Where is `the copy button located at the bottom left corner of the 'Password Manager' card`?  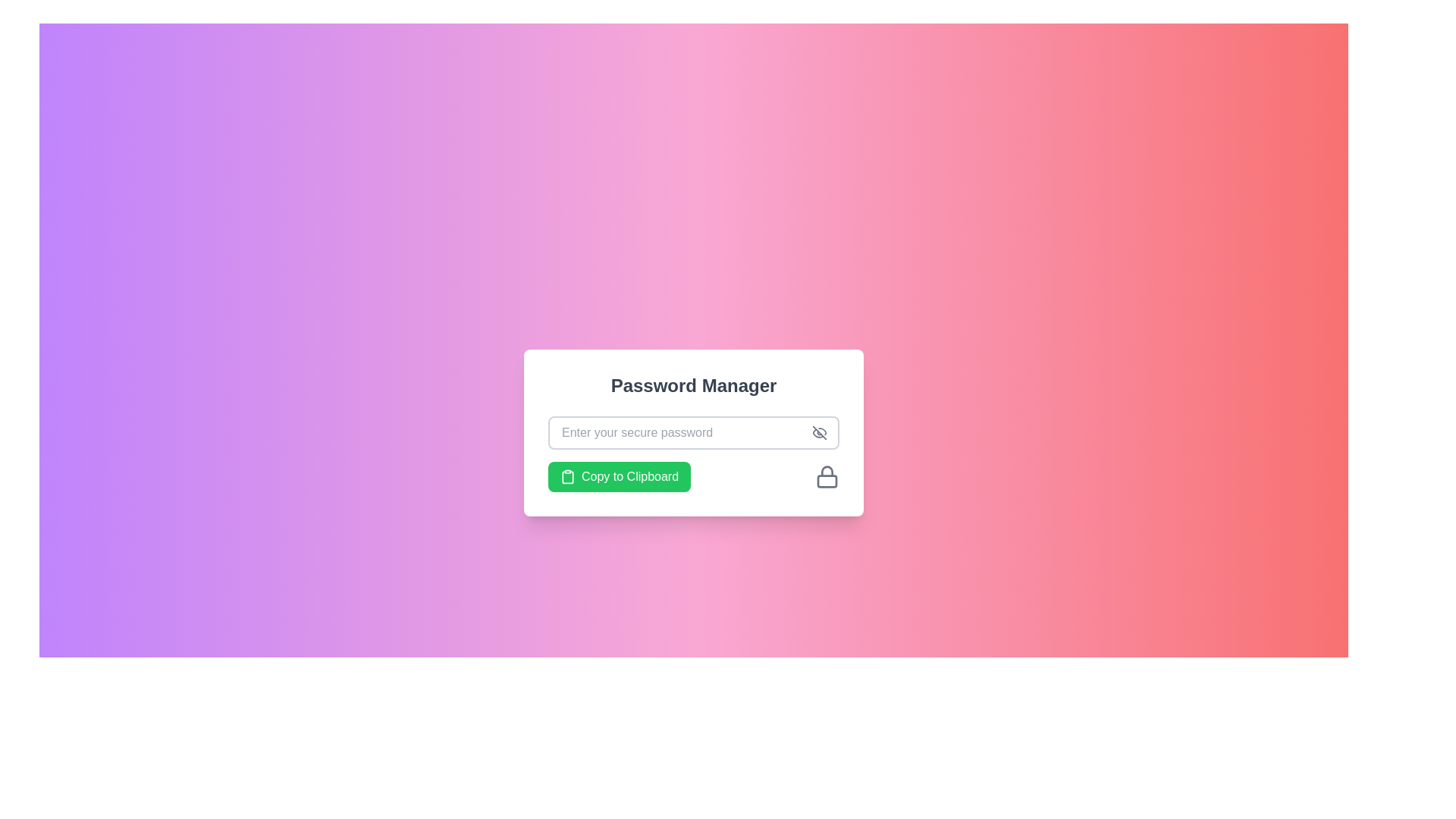 the copy button located at the bottom left corner of the 'Password Manager' card is located at coordinates (619, 475).